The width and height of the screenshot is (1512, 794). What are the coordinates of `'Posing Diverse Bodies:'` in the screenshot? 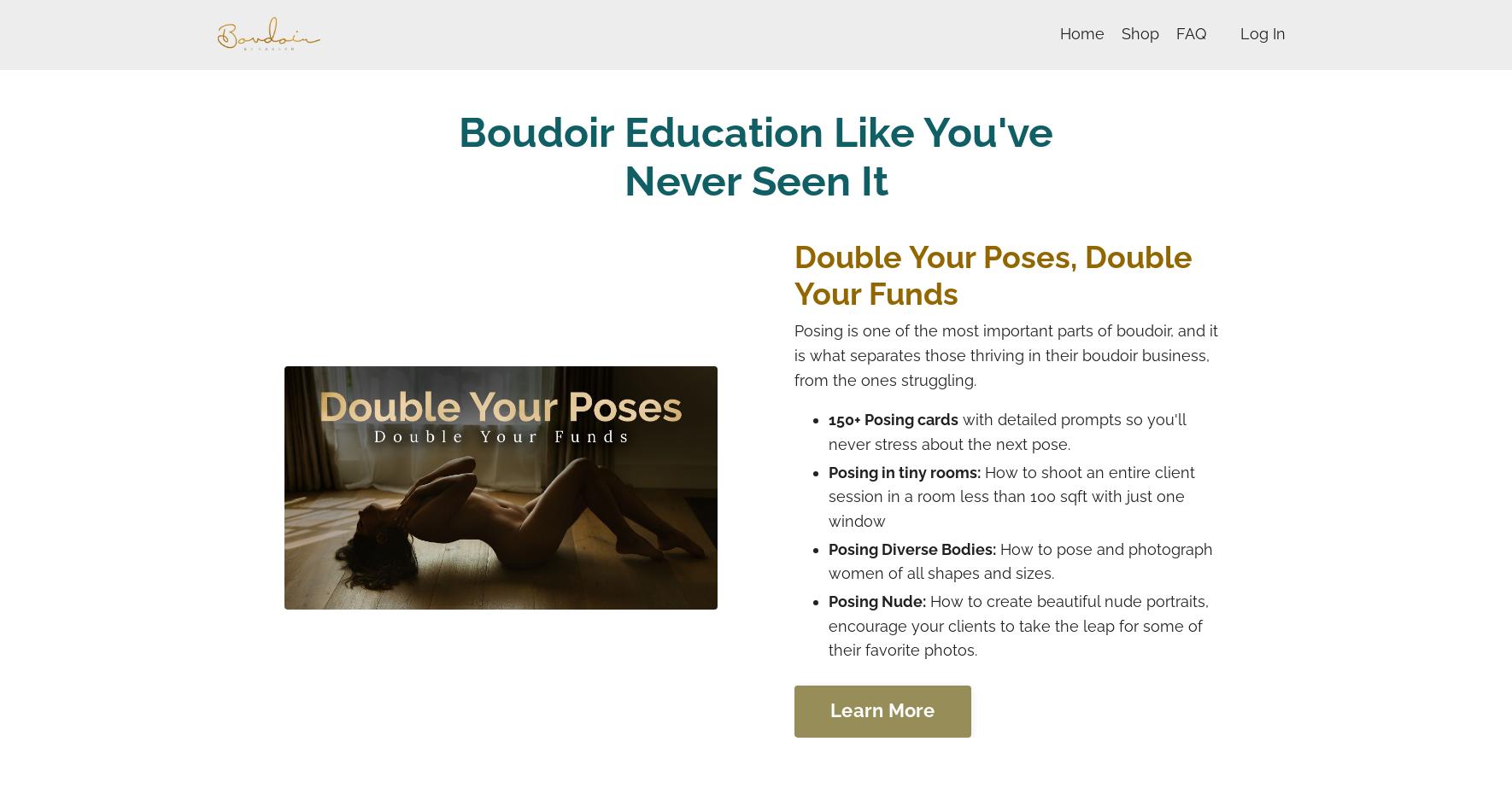 It's located at (912, 547).